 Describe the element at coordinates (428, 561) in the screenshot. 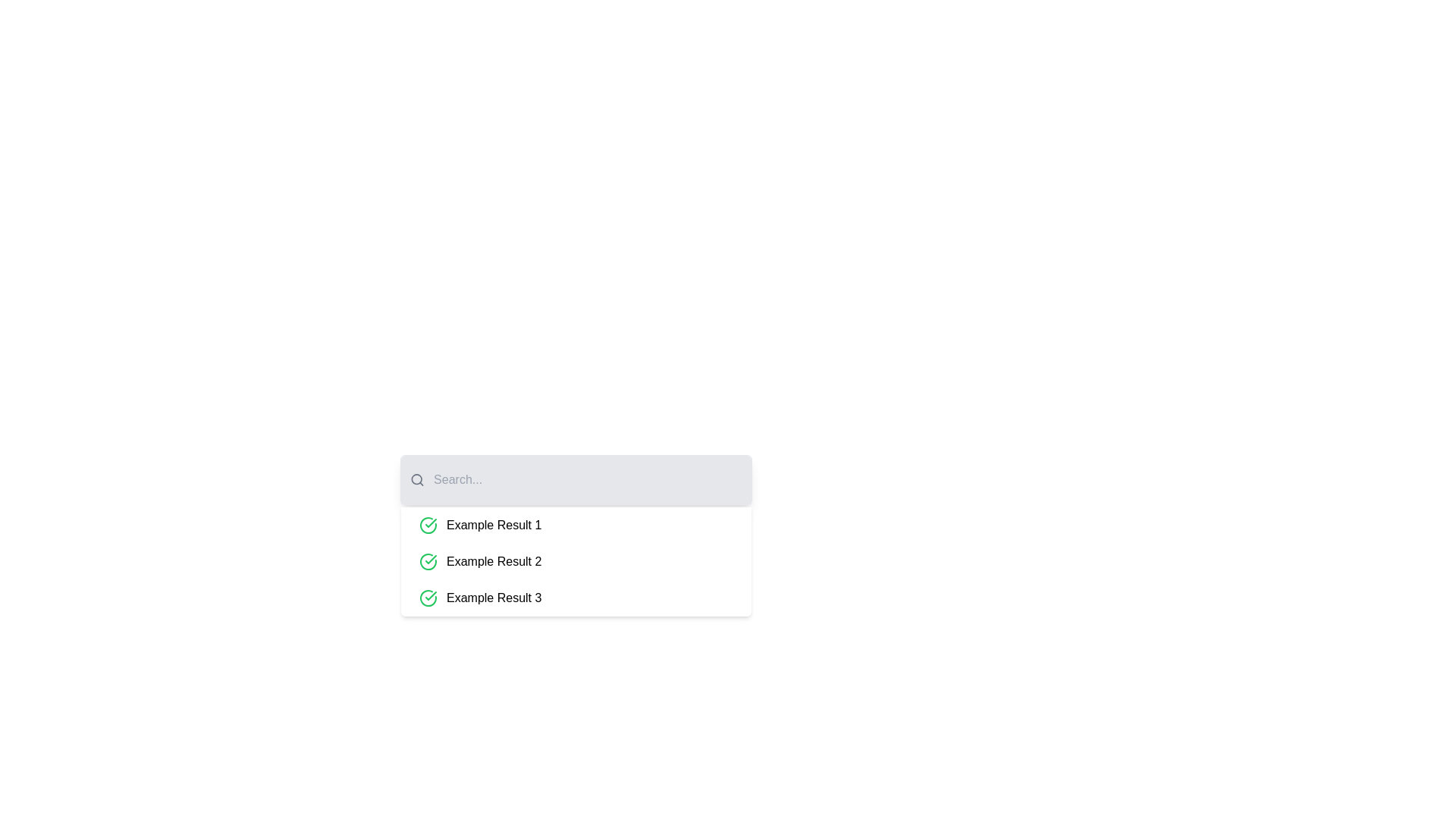

I see `the green circular checkmark icon located to the left of the text 'Example Result 2' for additional options` at that location.